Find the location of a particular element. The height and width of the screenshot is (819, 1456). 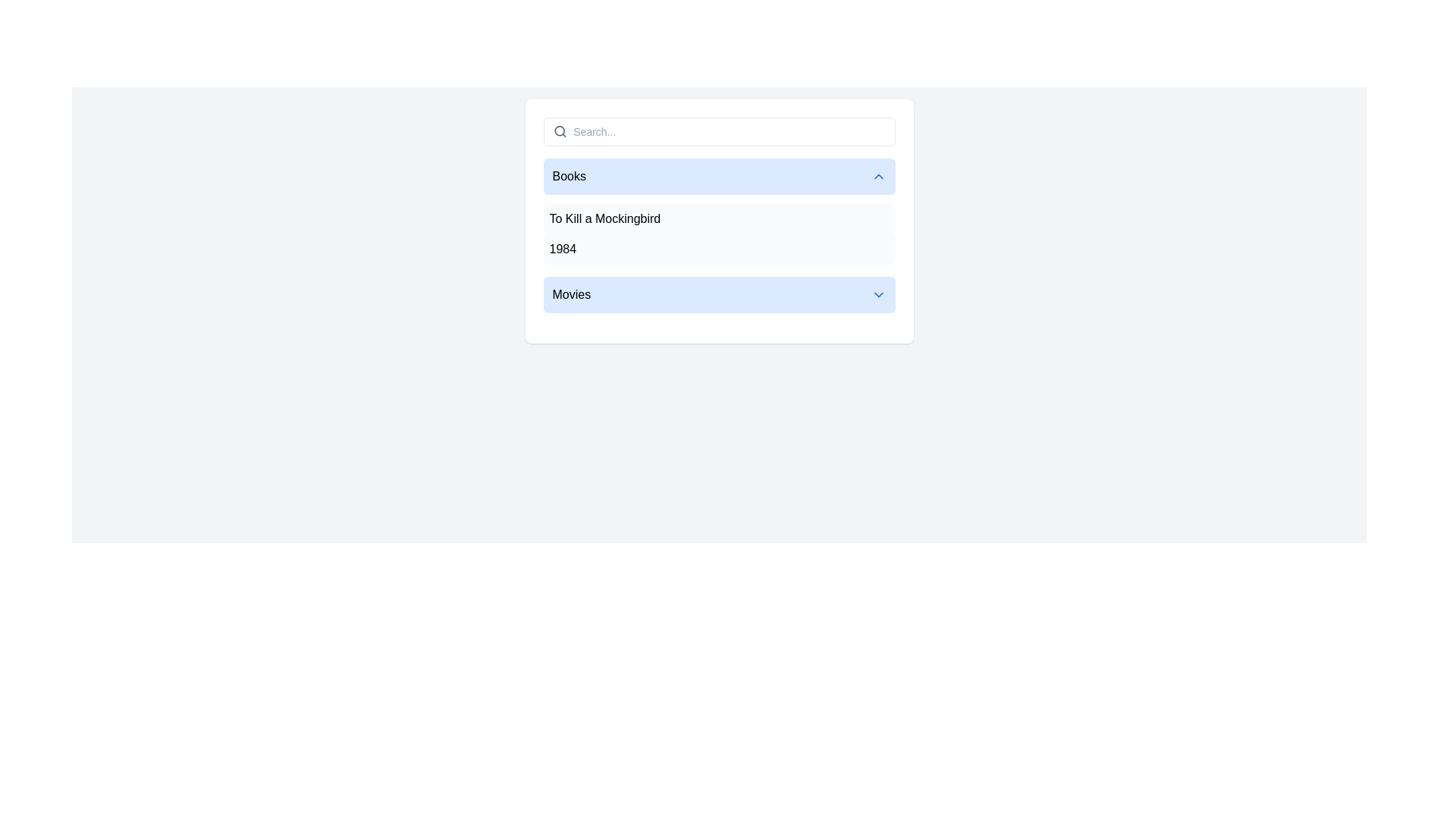

the second list item labeled '1984' in the 'Books' category is located at coordinates (718, 248).